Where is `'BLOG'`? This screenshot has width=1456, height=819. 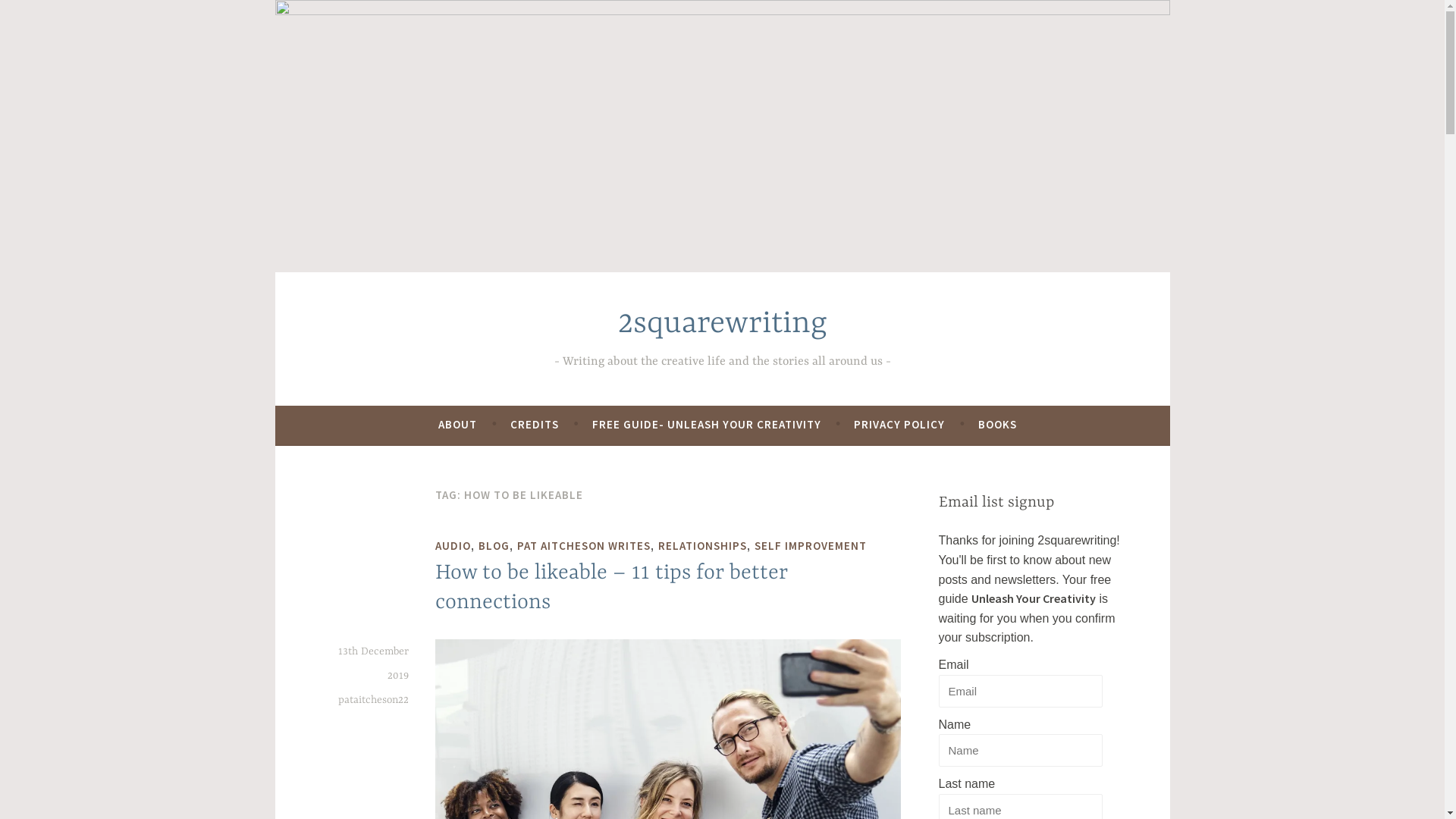
'BLOG' is located at coordinates (494, 546).